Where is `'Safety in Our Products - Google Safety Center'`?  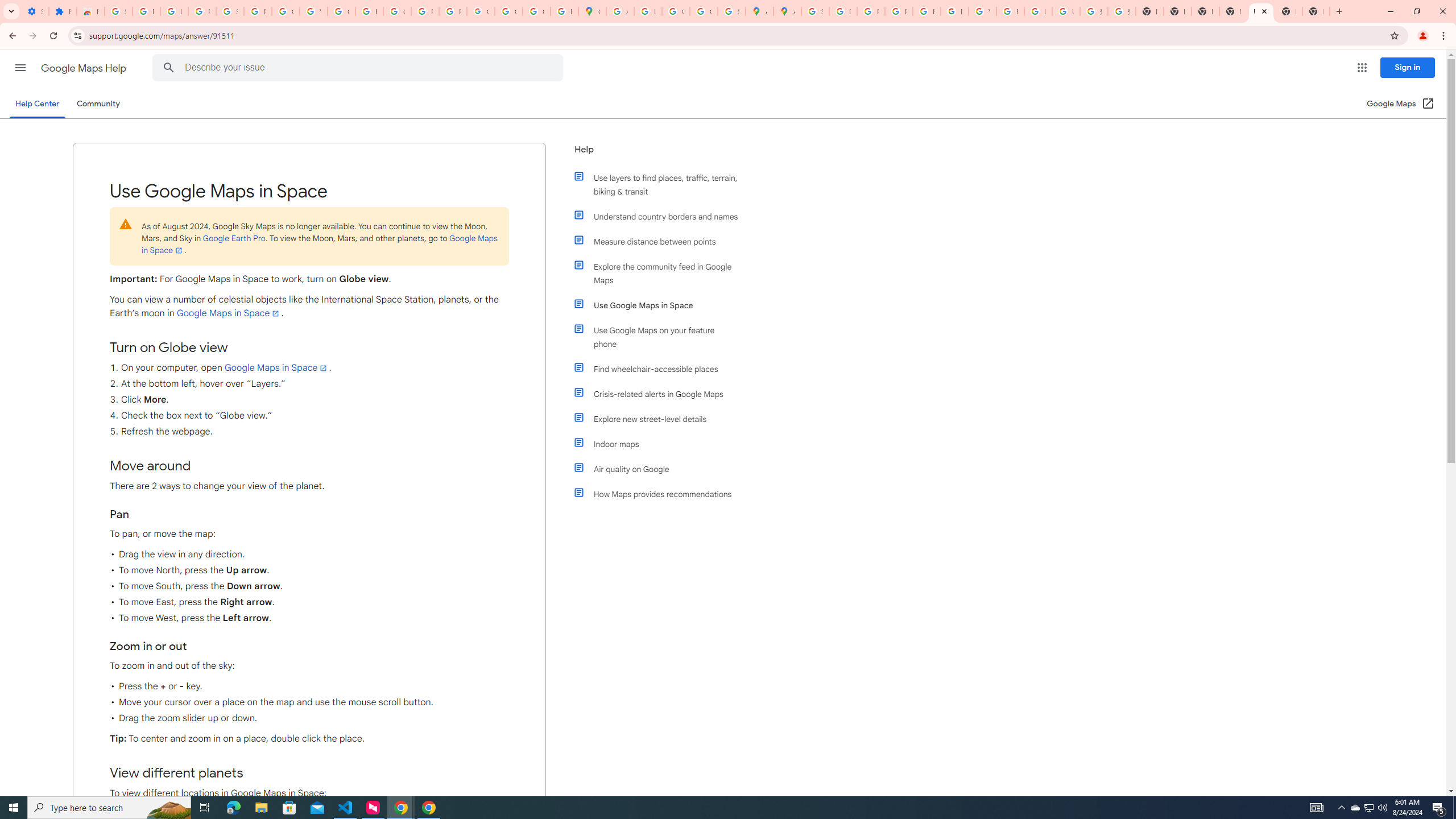 'Safety in Our Products - Google Safety Center' is located at coordinates (731, 11).